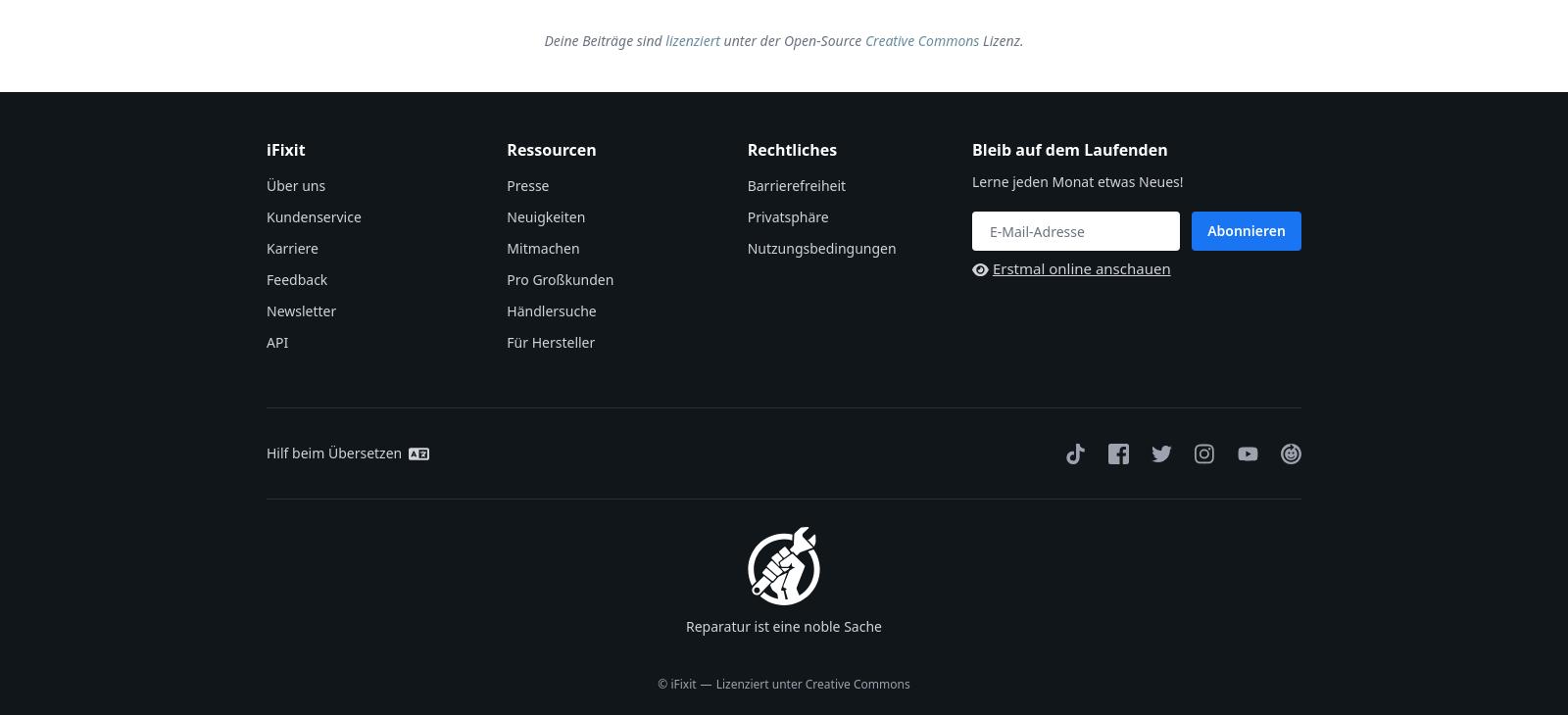  Describe the element at coordinates (559, 279) in the screenshot. I see `'Pro Großkunden'` at that location.